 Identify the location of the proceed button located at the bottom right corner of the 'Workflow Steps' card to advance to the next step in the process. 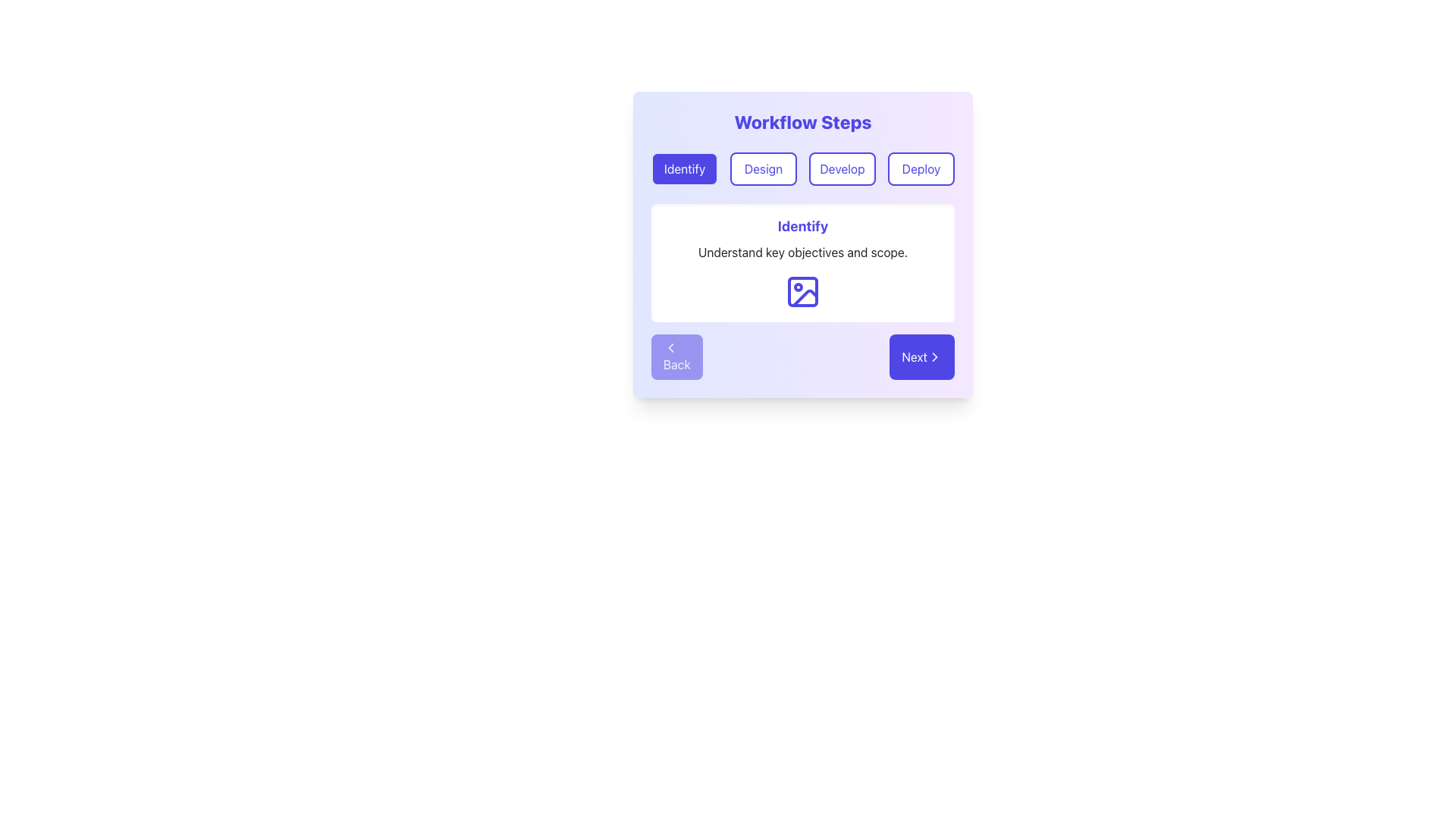
(921, 356).